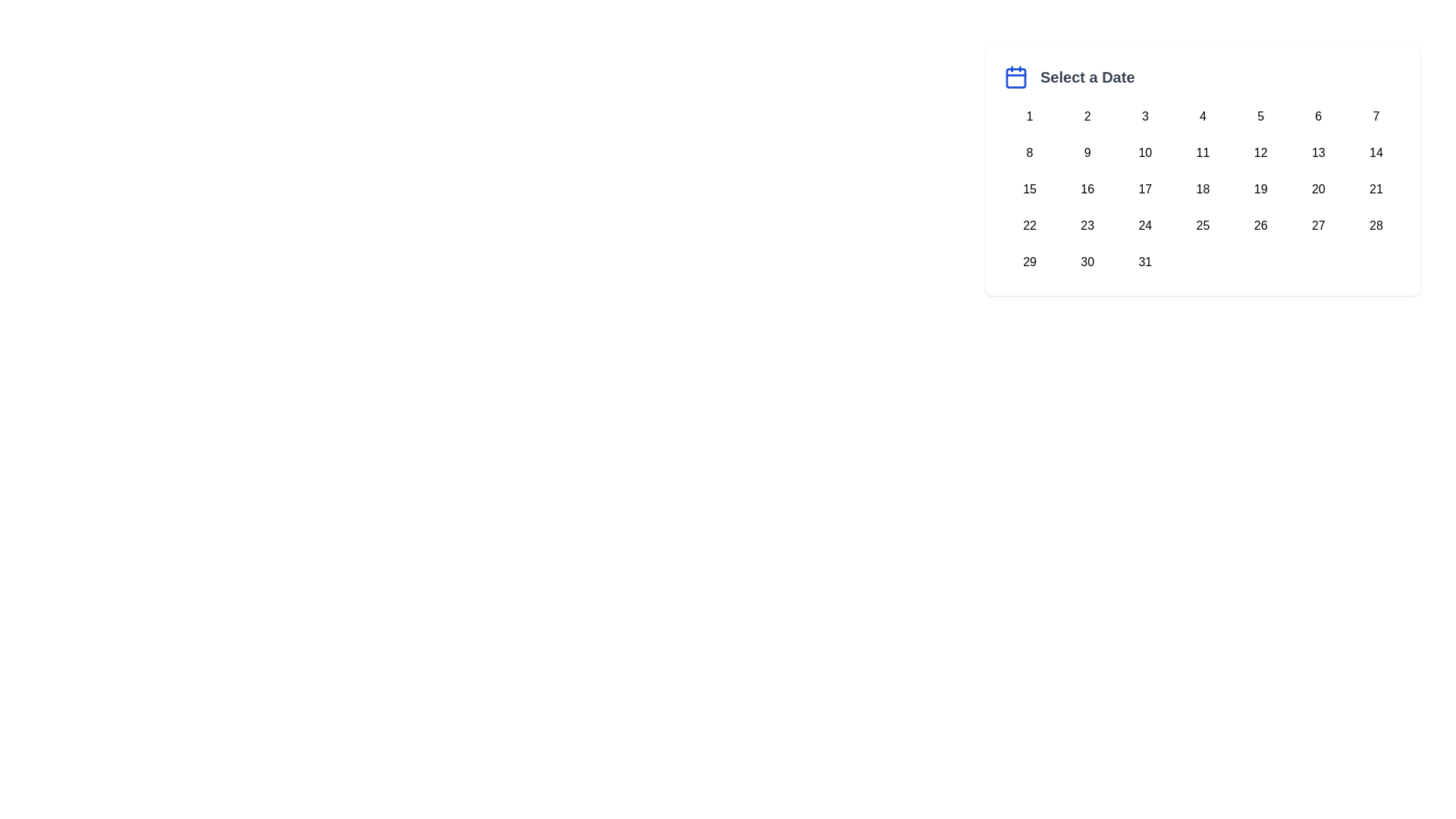 The width and height of the screenshot is (1456, 819). Describe the element at coordinates (1202, 116) in the screenshot. I see `the rounded rectangular button labeled '4' in the calendar grid within the 'Select a Date' card` at that location.